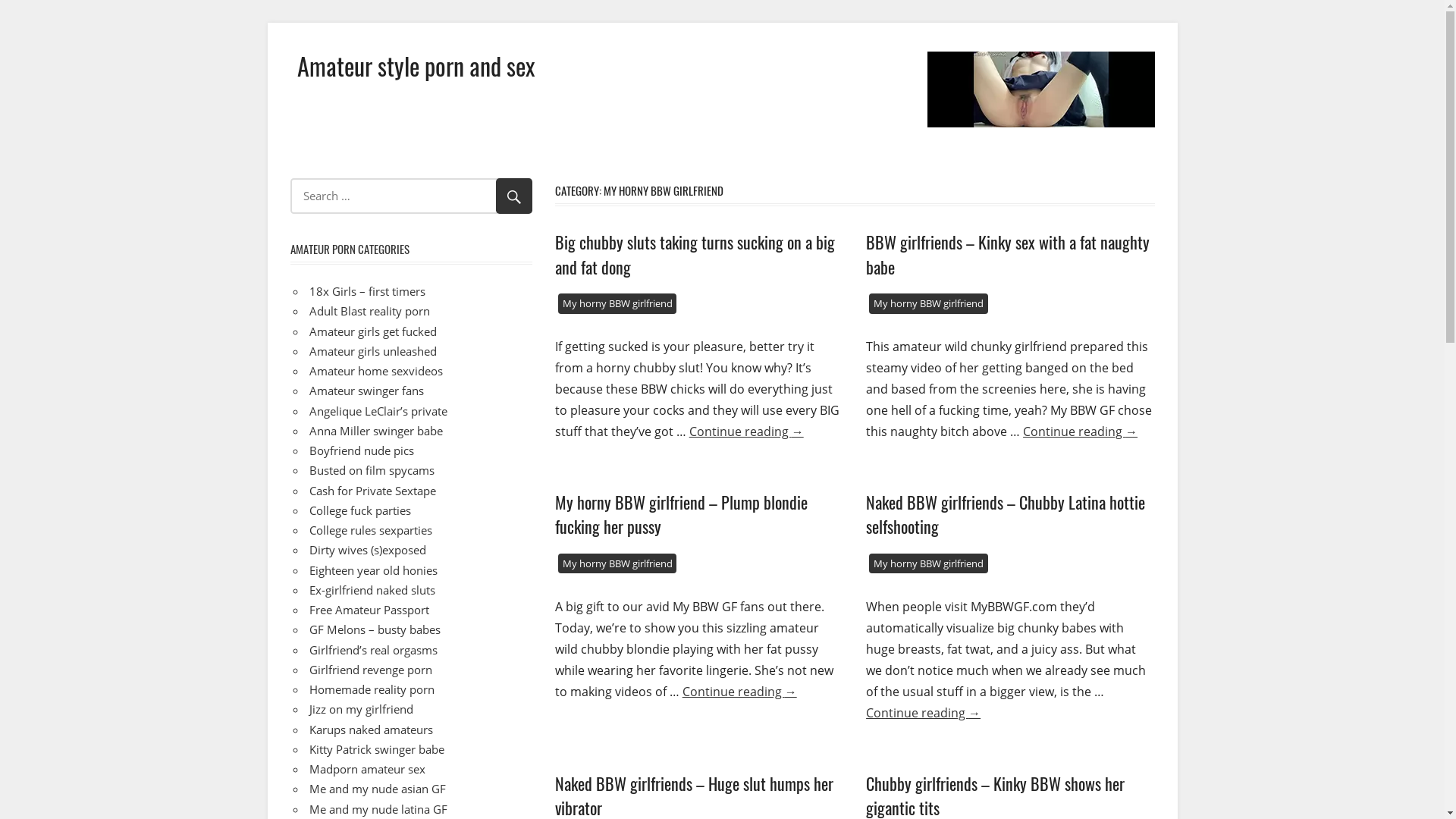 This screenshot has width=1456, height=819. I want to click on 'Karups naked amateurs', so click(371, 728).